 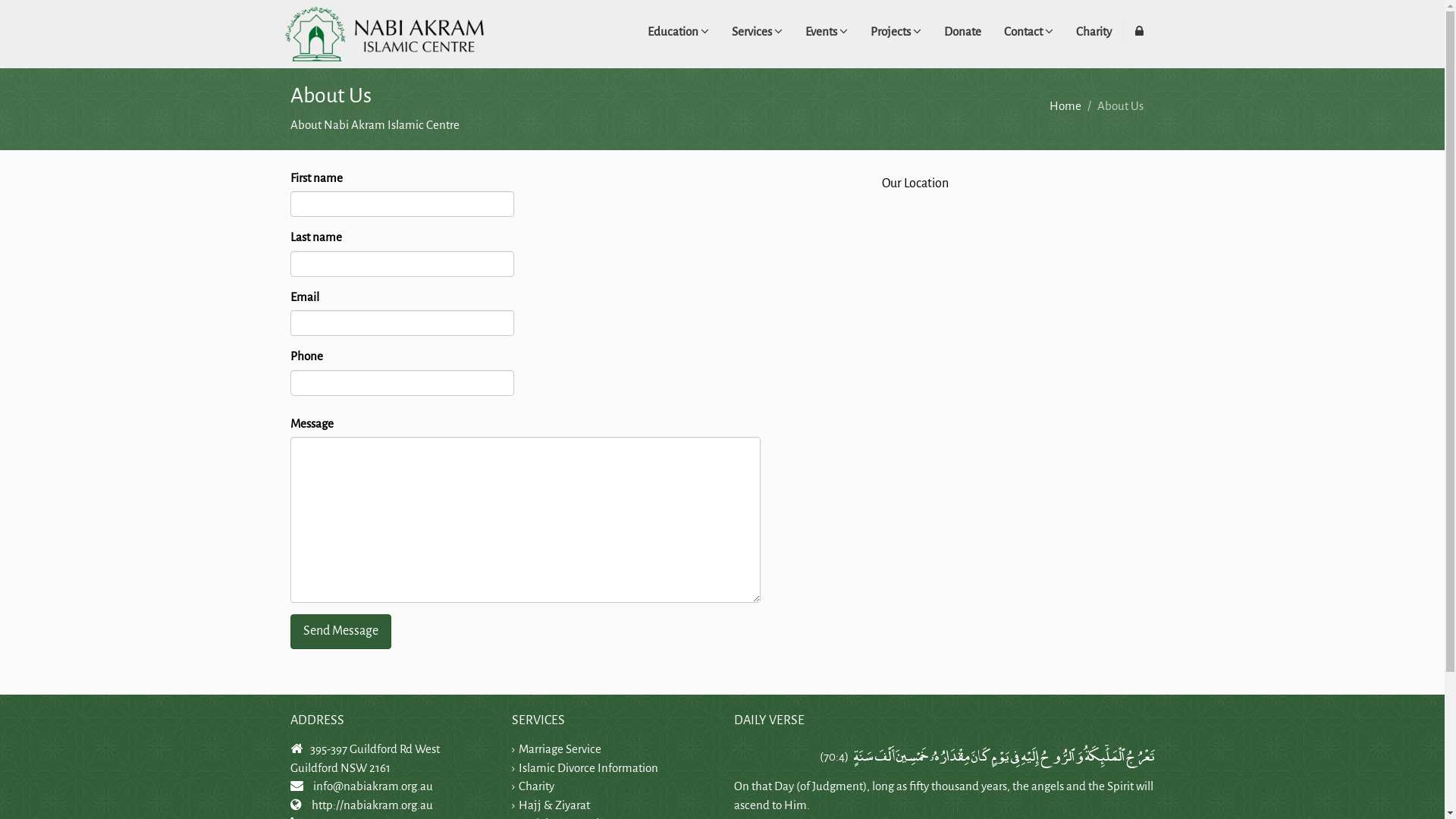 What do you see at coordinates (825, 32) in the screenshot?
I see `'Events'` at bounding box center [825, 32].